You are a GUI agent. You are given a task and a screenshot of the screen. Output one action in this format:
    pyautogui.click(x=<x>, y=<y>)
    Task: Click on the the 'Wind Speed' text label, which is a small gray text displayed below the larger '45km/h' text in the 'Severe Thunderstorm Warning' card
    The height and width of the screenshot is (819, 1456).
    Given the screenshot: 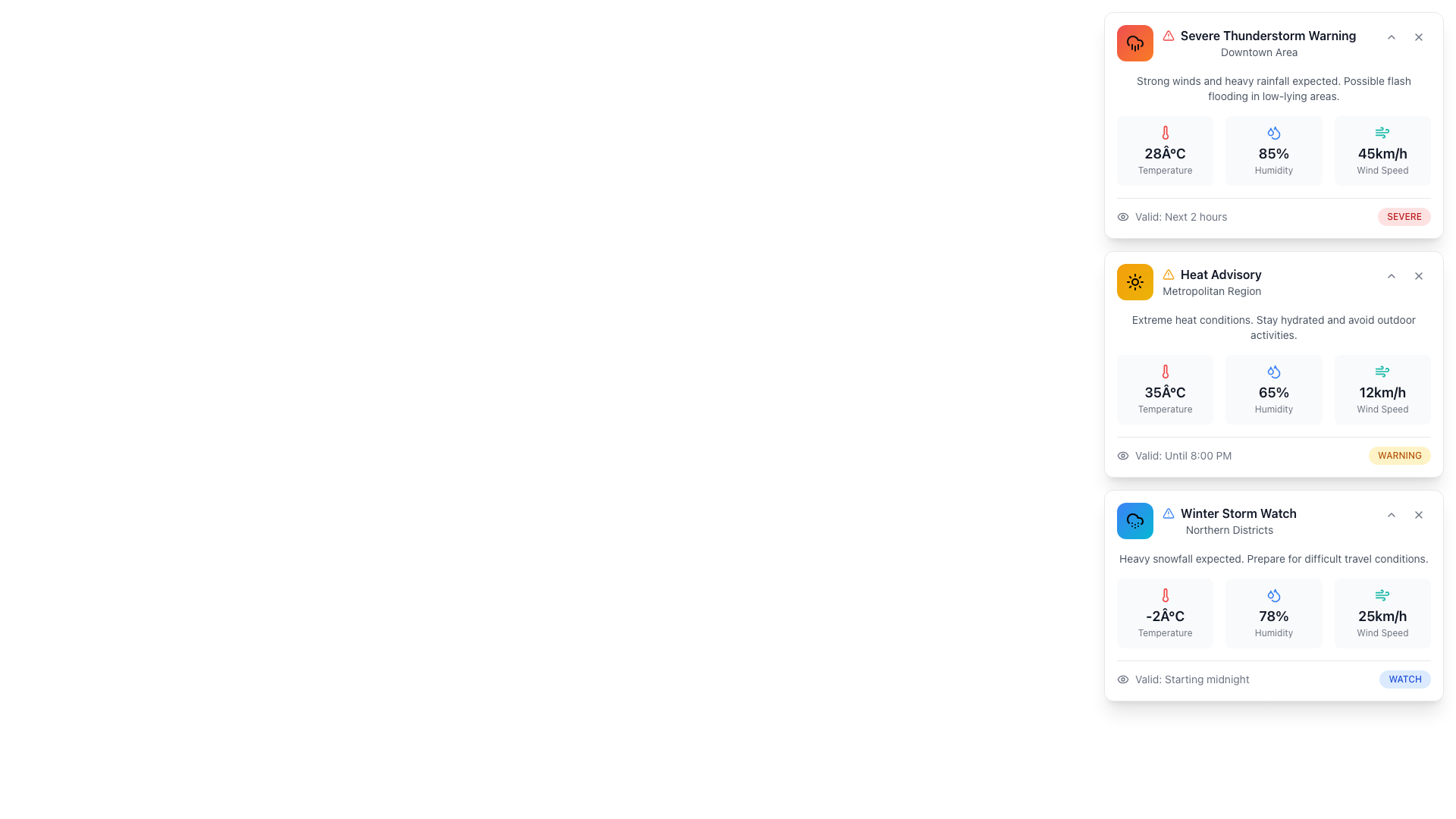 What is the action you would take?
    pyautogui.click(x=1382, y=170)
    